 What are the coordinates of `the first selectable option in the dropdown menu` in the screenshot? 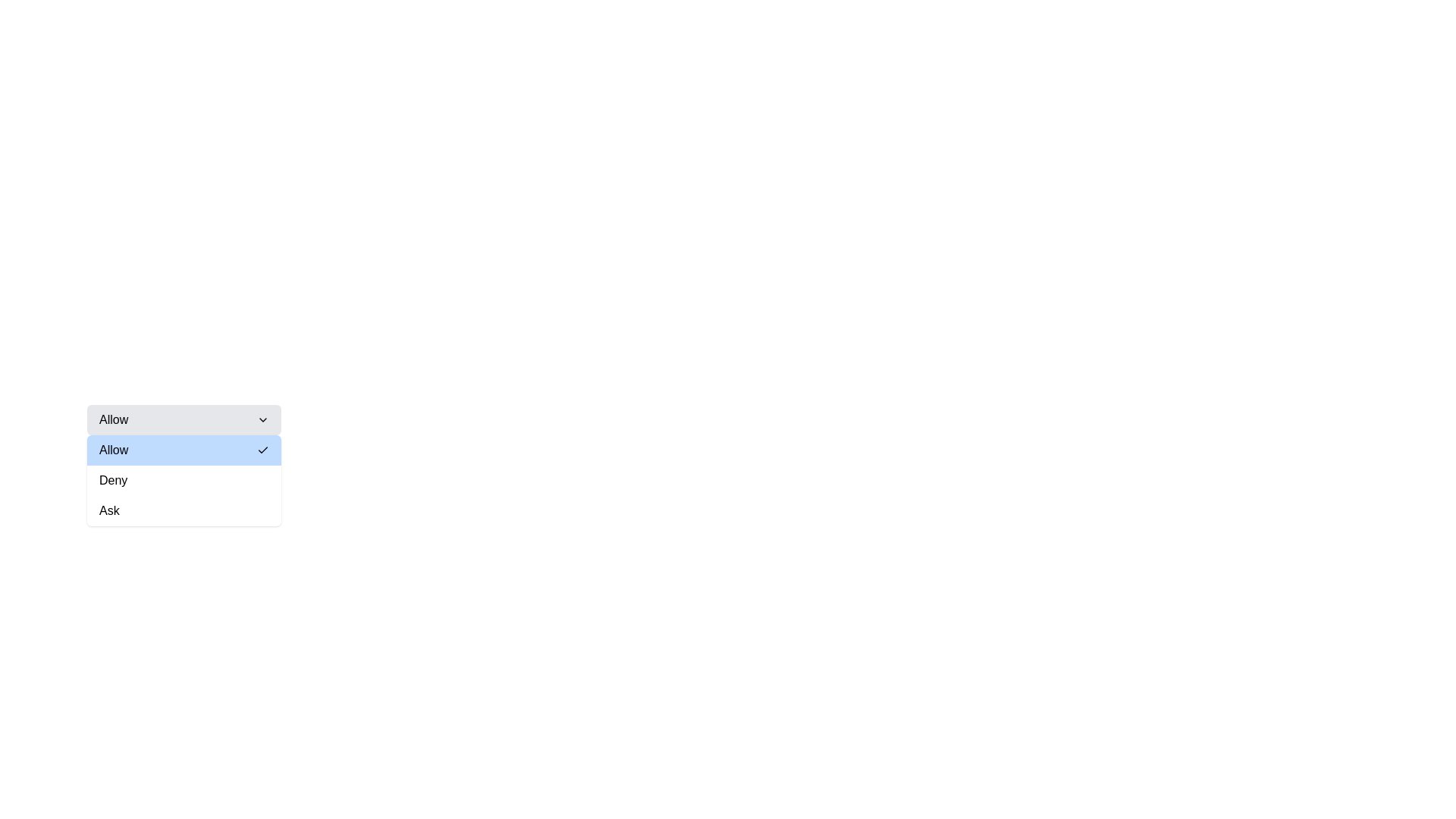 It's located at (184, 450).